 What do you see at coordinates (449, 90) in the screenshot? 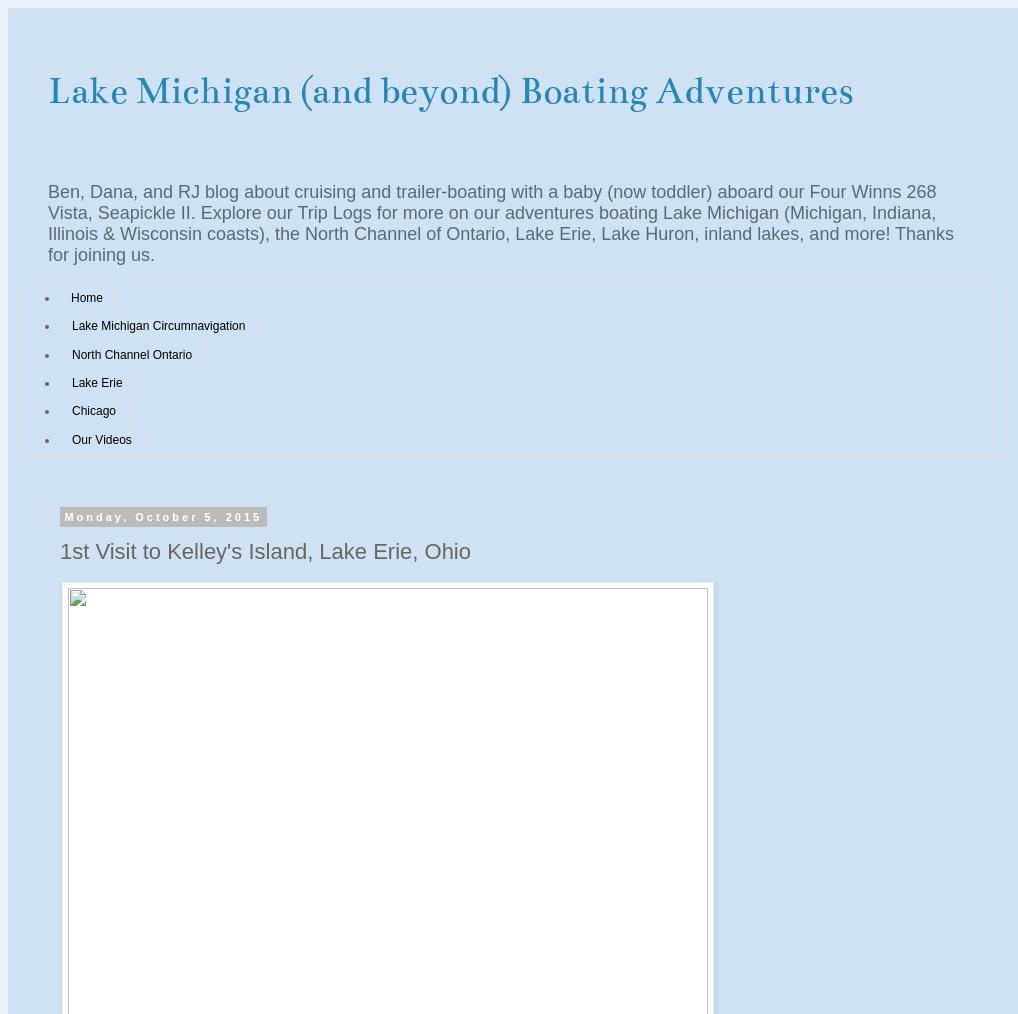
I see `'Lake Michigan (and beyond) Boating Adventures'` at bounding box center [449, 90].